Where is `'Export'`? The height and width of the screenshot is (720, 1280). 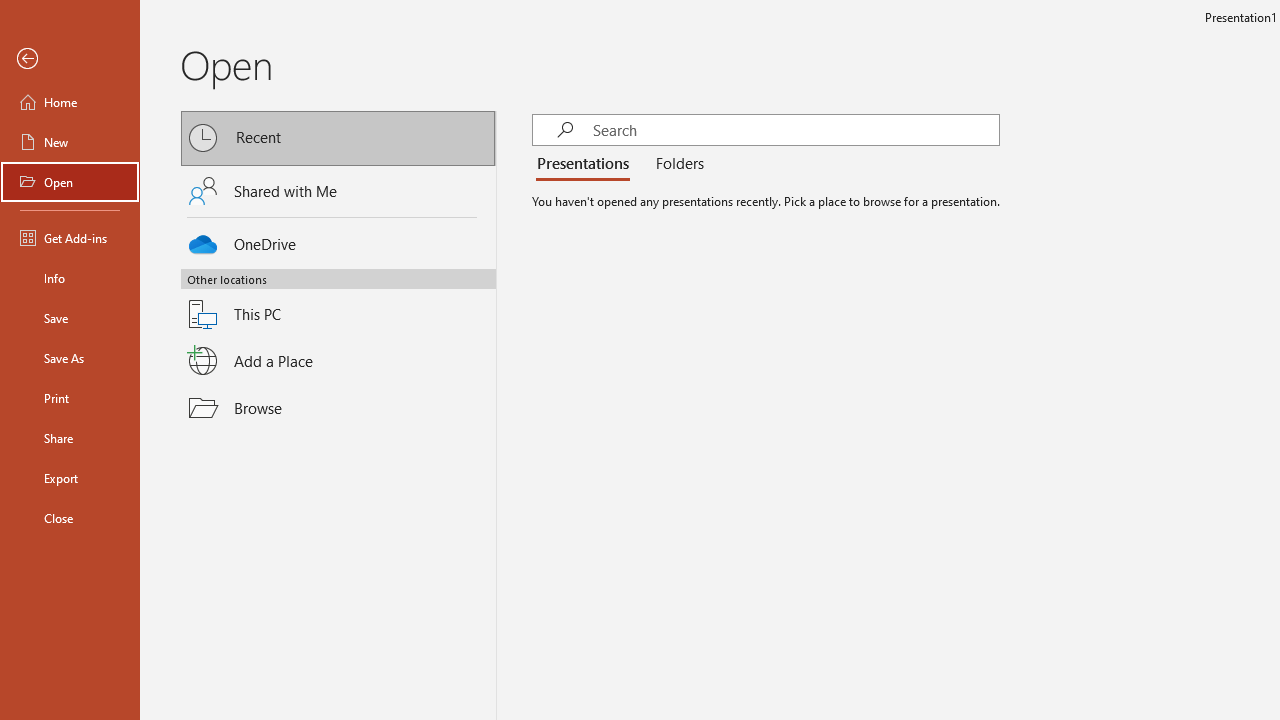 'Export' is located at coordinates (69, 478).